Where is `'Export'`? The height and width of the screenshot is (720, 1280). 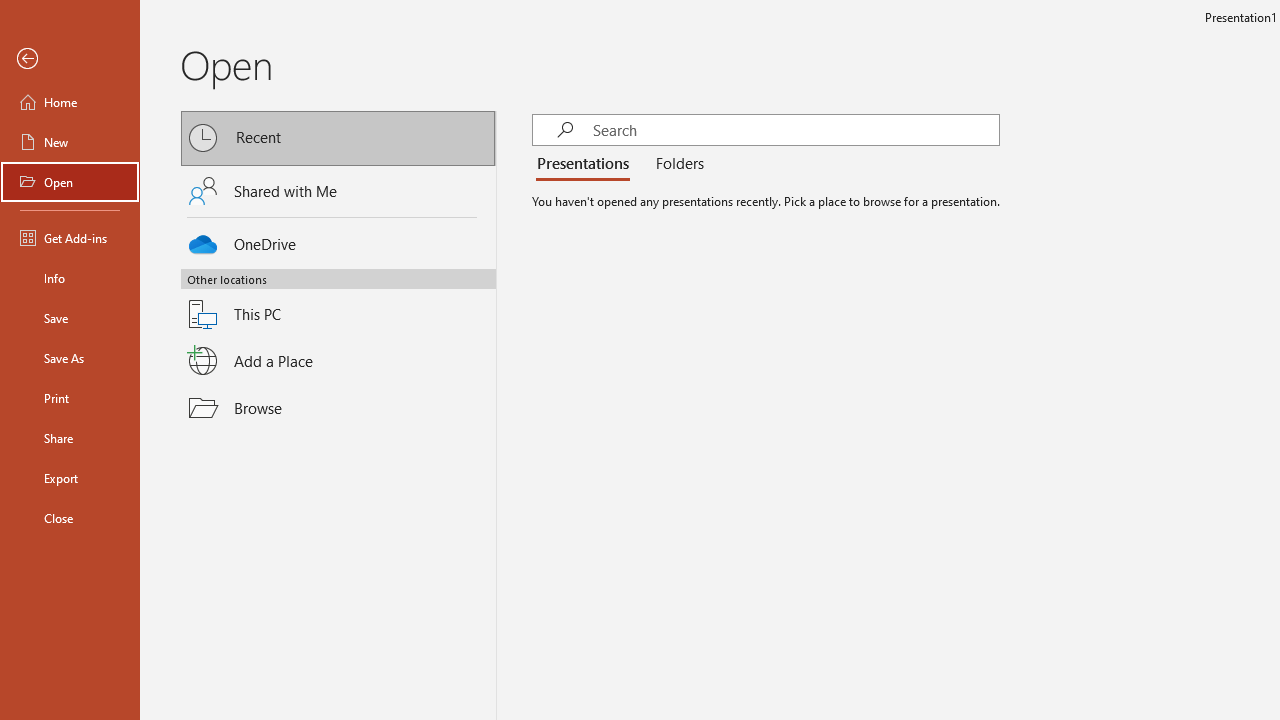 'Export' is located at coordinates (69, 478).